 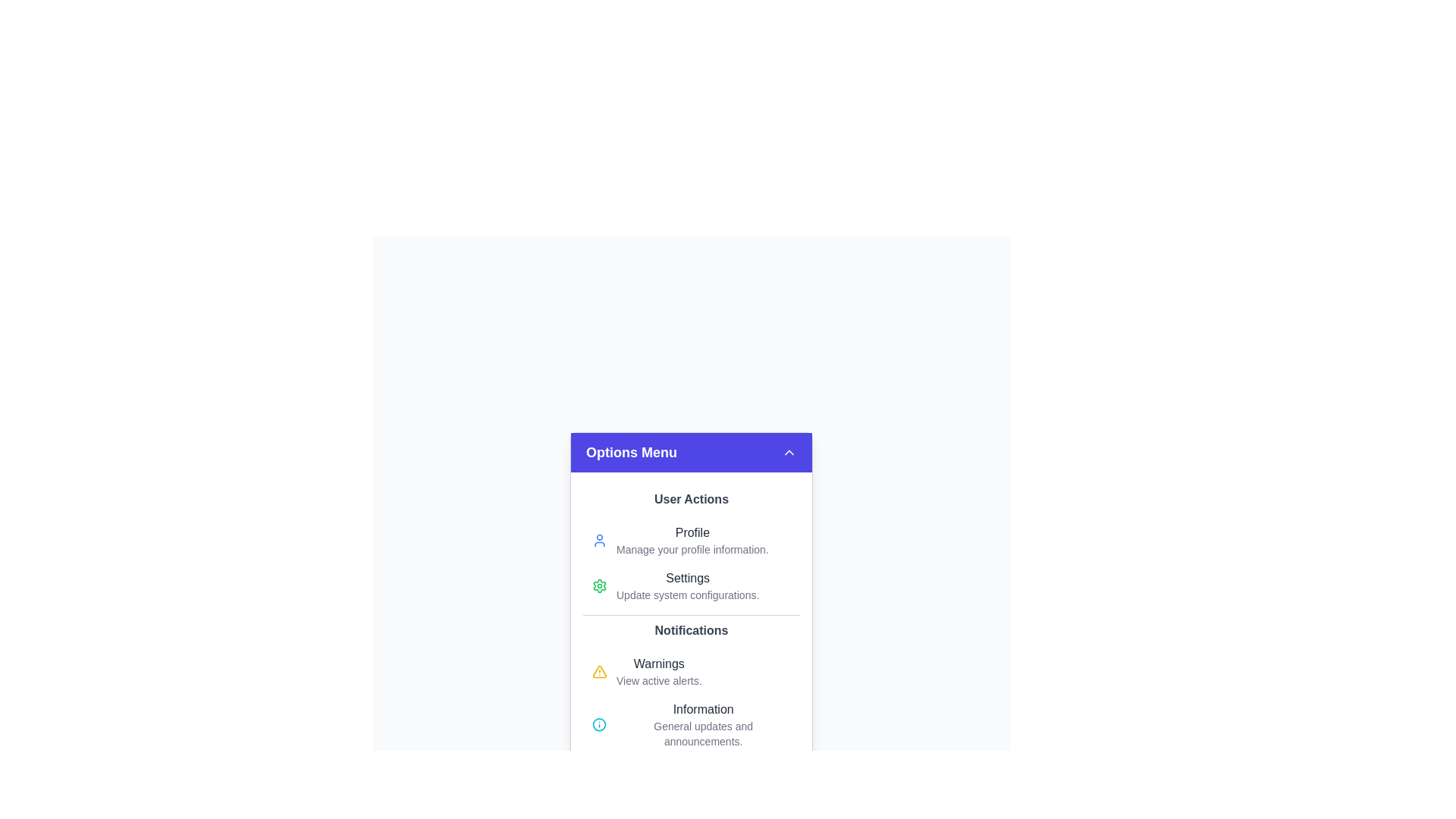 I want to click on the first menu item under the 'User Actions' section, so click(x=691, y=540).